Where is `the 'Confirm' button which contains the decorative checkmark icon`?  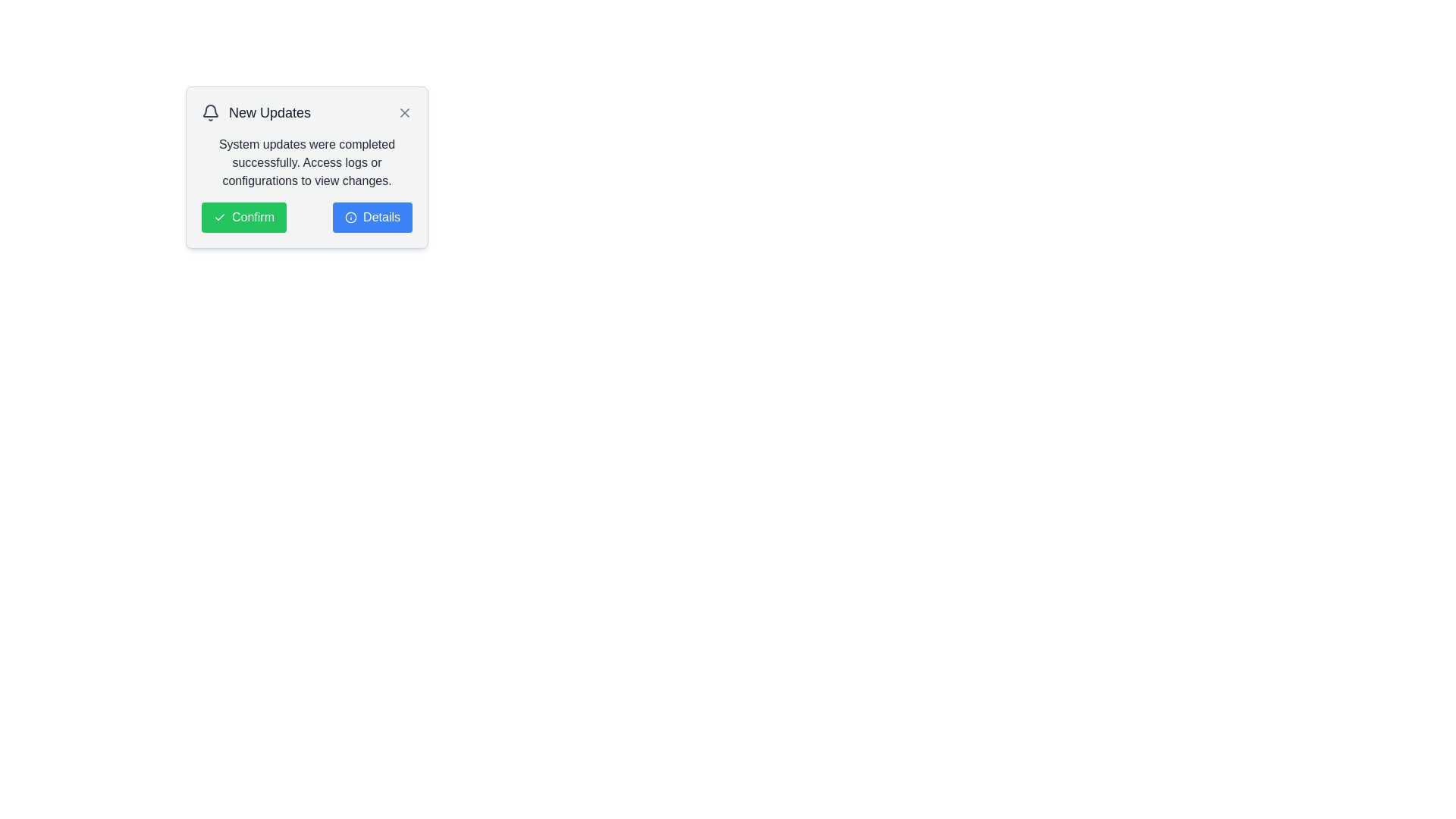 the 'Confirm' button which contains the decorative checkmark icon is located at coordinates (218, 217).